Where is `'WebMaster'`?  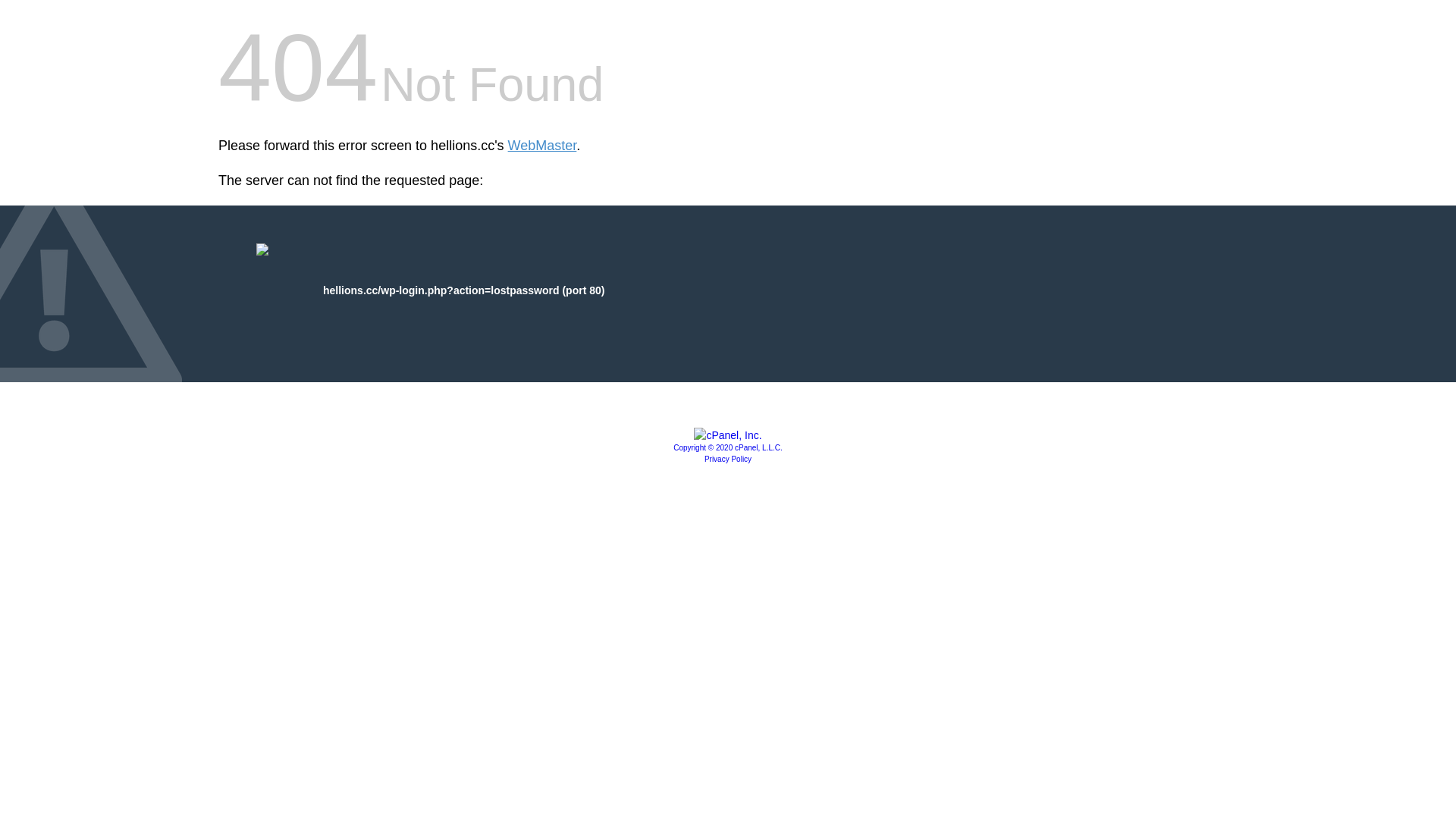
'WebMaster' is located at coordinates (542, 146).